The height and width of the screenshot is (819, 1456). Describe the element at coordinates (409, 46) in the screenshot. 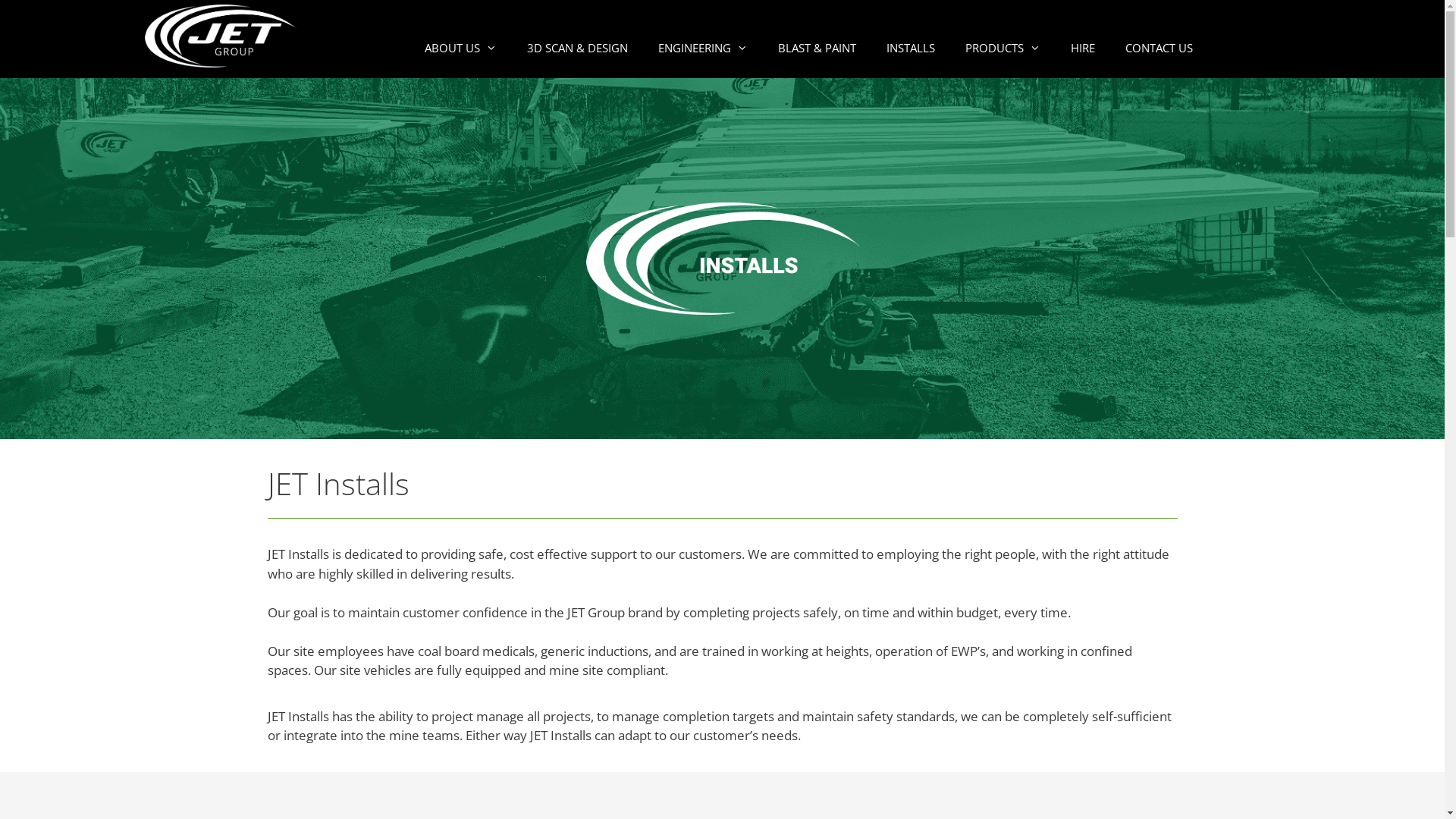

I see `'ABOUT US'` at that location.